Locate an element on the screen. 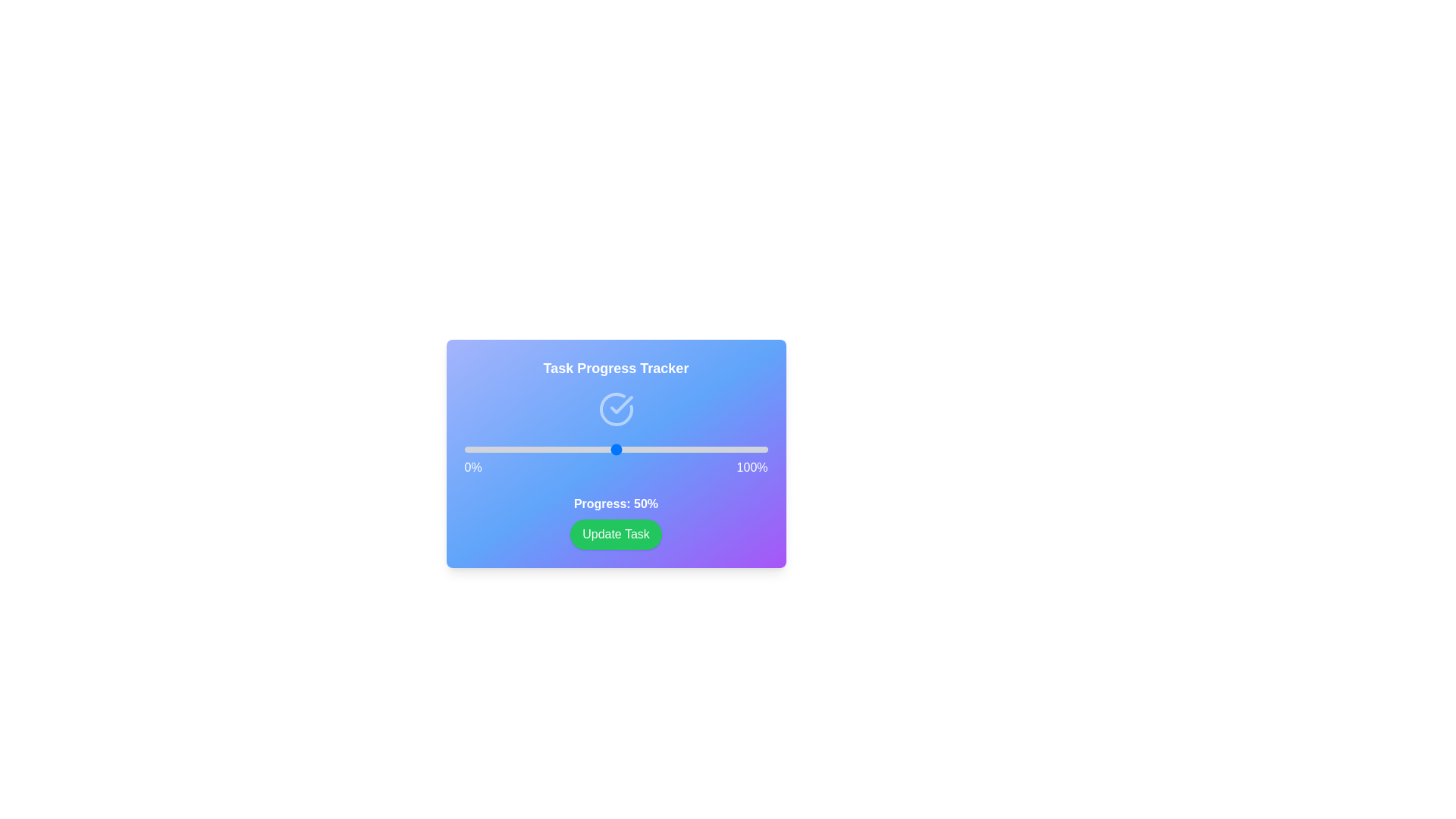 The width and height of the screenshot is (1456, 819). 'Update Task' button is located at coordinates (616, 534).